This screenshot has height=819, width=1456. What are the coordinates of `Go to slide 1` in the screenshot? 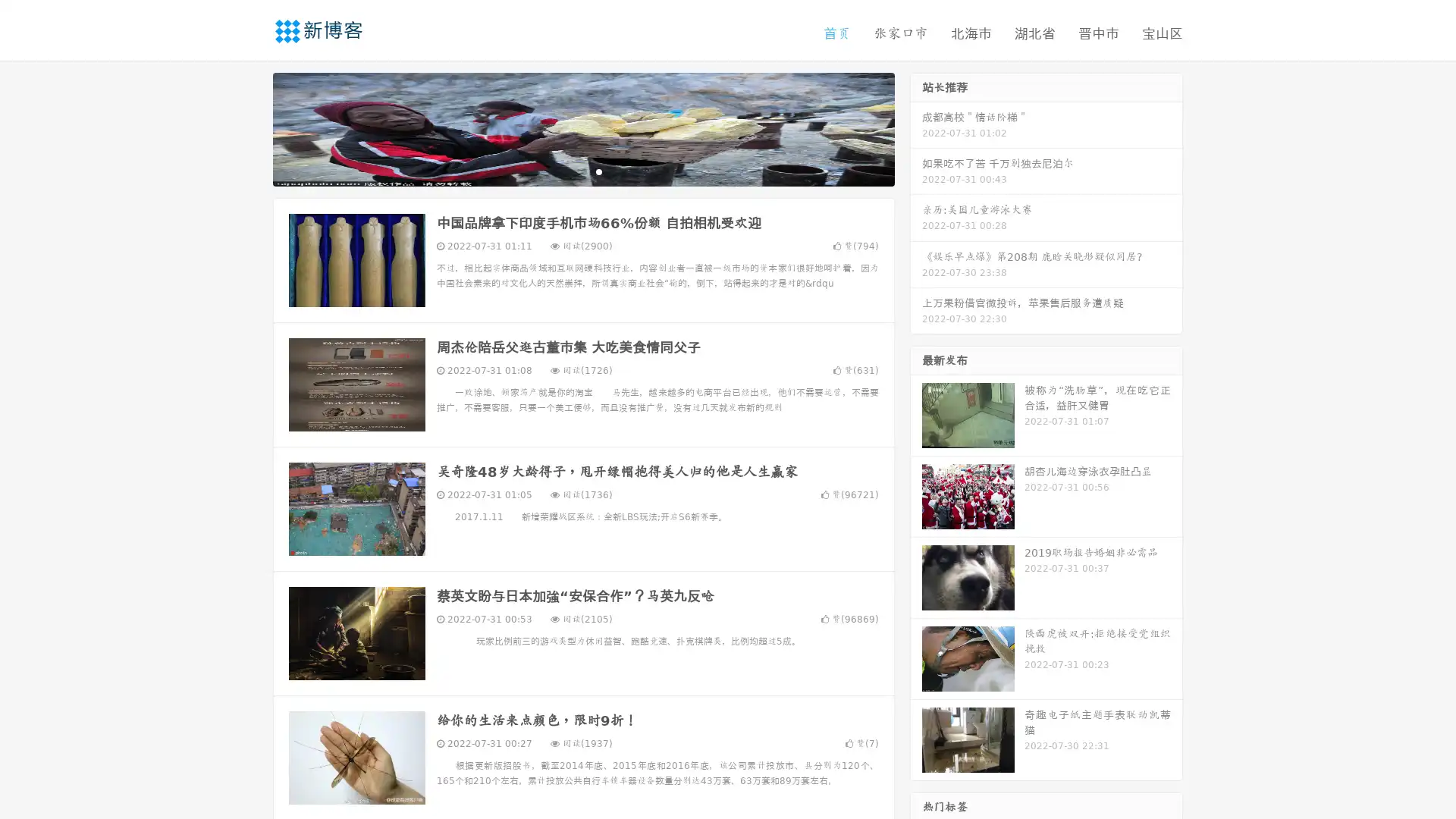 It's located at (567, 171).